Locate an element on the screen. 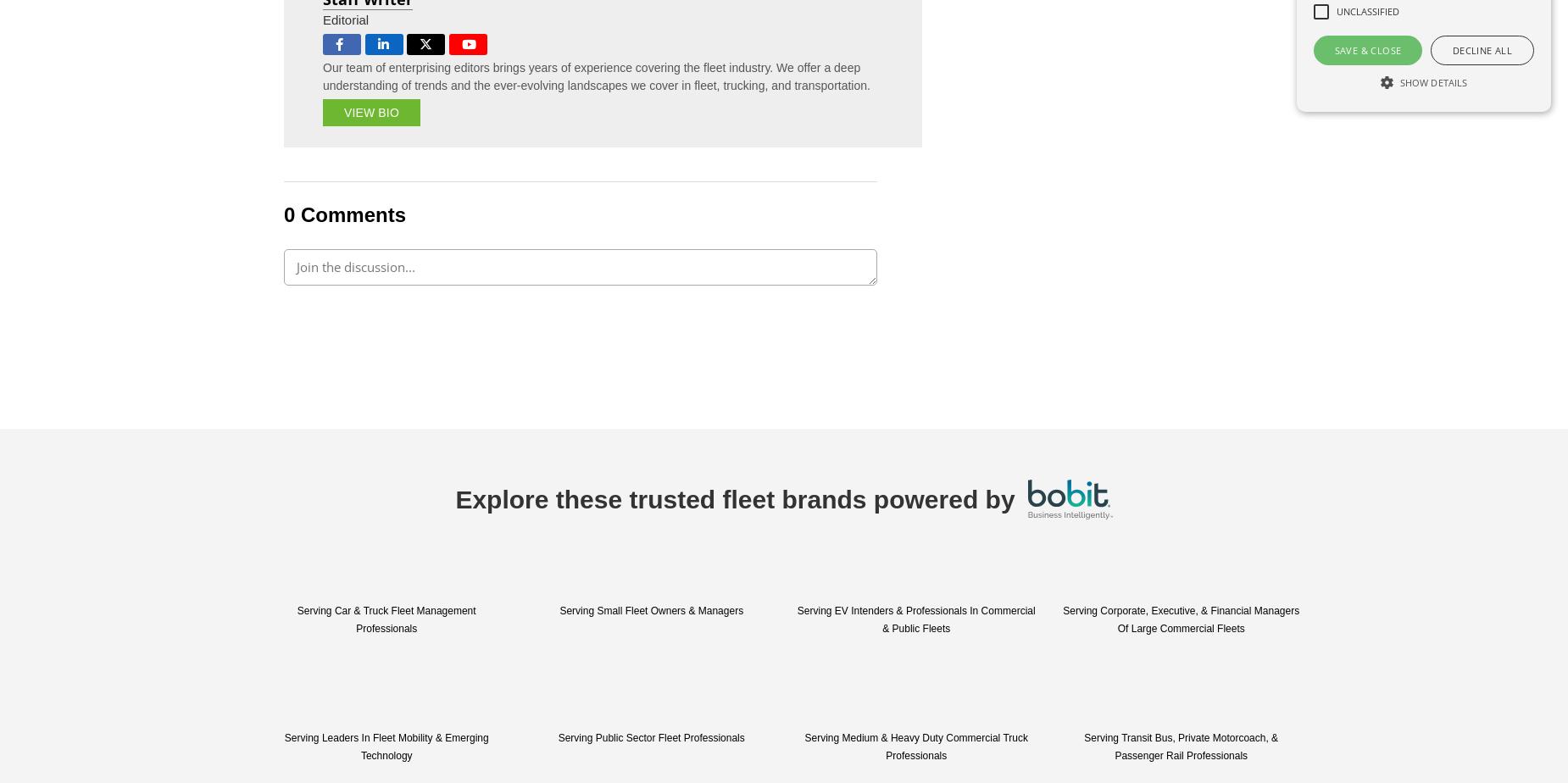 The image size is (1568, 783). 'Serving Small Fleet Owners & Managers' is located at coordinates (651, 610).